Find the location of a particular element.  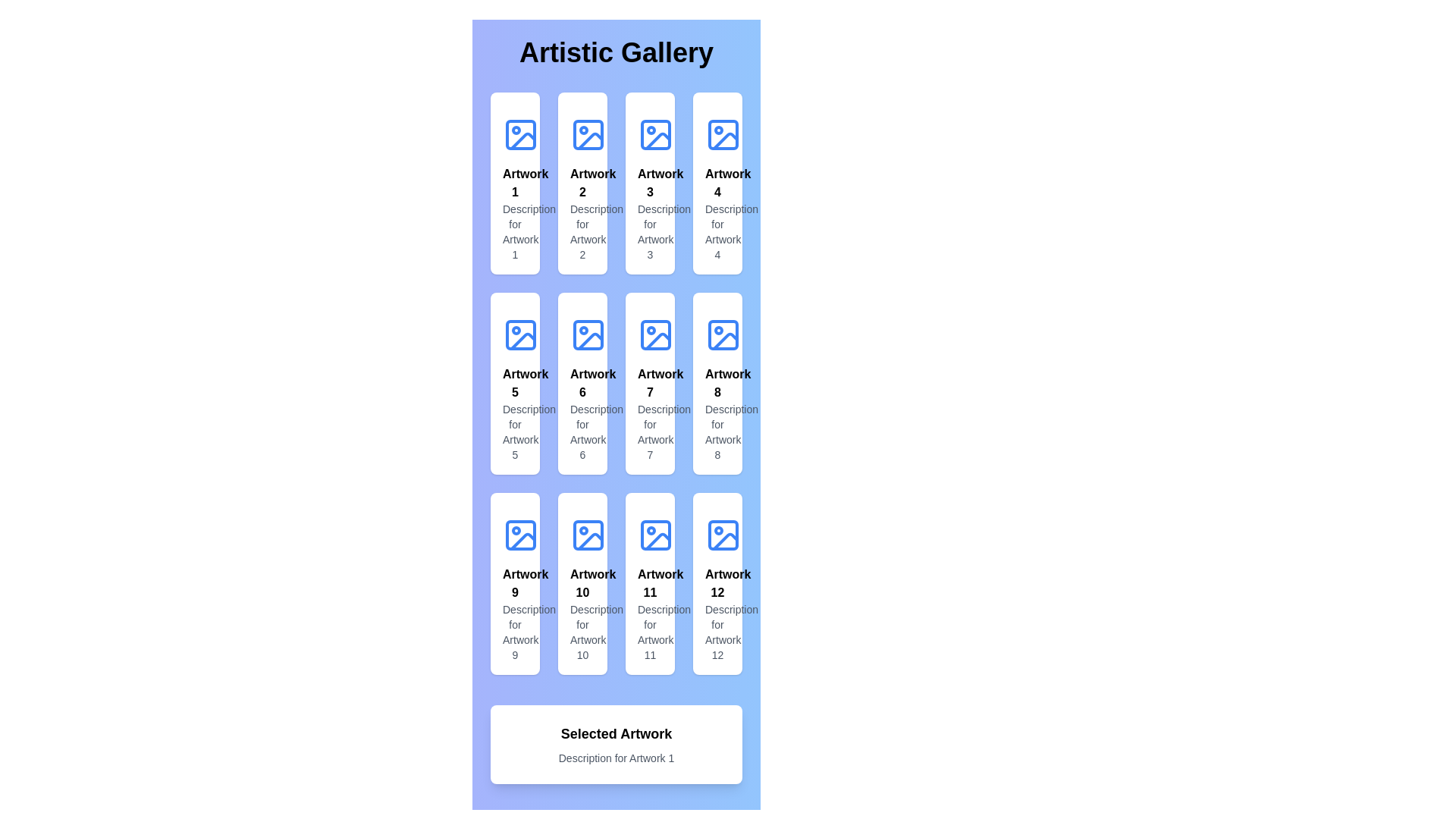

the decorative graphical element in the ninth artwork thumbnail (row three, column one) of the 4x3 grid layout, which is part of an SVG icon with a blue outline box is located at coordinates (523, 540).